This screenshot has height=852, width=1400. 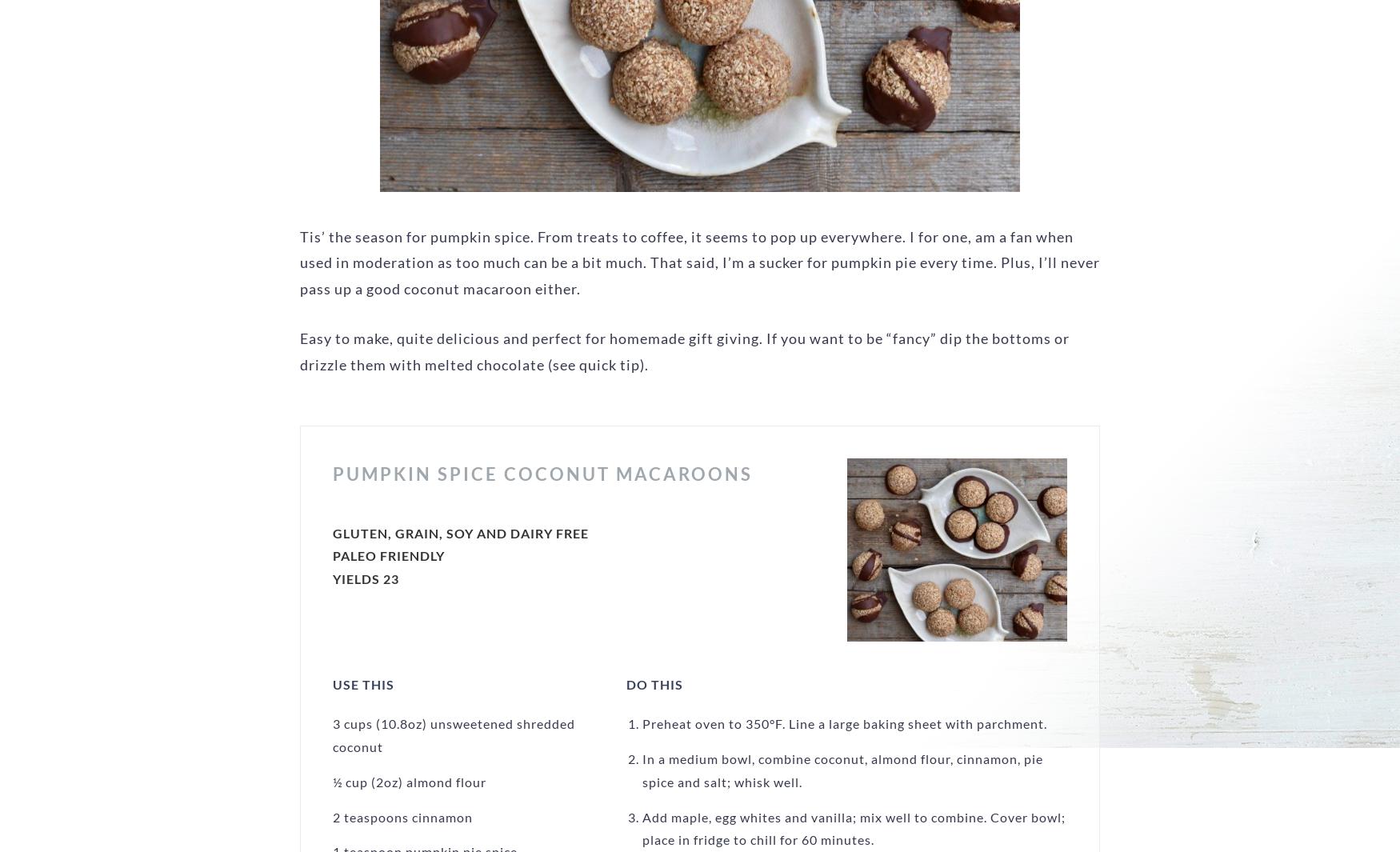 What do you see at coordinates (454, 734) in the screenshot?
I see `'3 cups (10.8oz) unsweetened shredded coconut'` at bounding box center [454, 734].